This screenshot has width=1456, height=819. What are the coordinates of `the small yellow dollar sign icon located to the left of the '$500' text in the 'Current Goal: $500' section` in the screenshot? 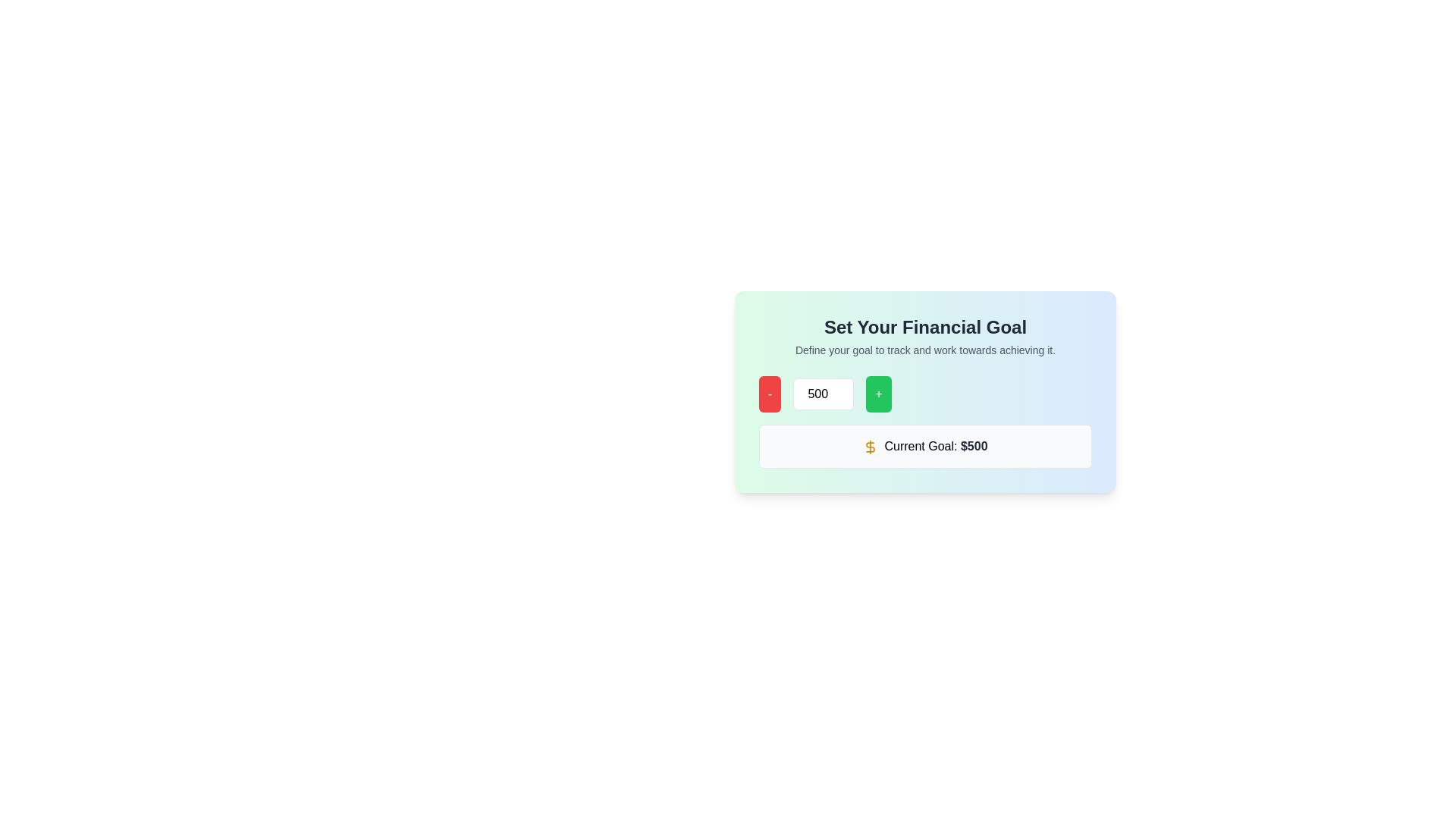 It's located at (871, 446).